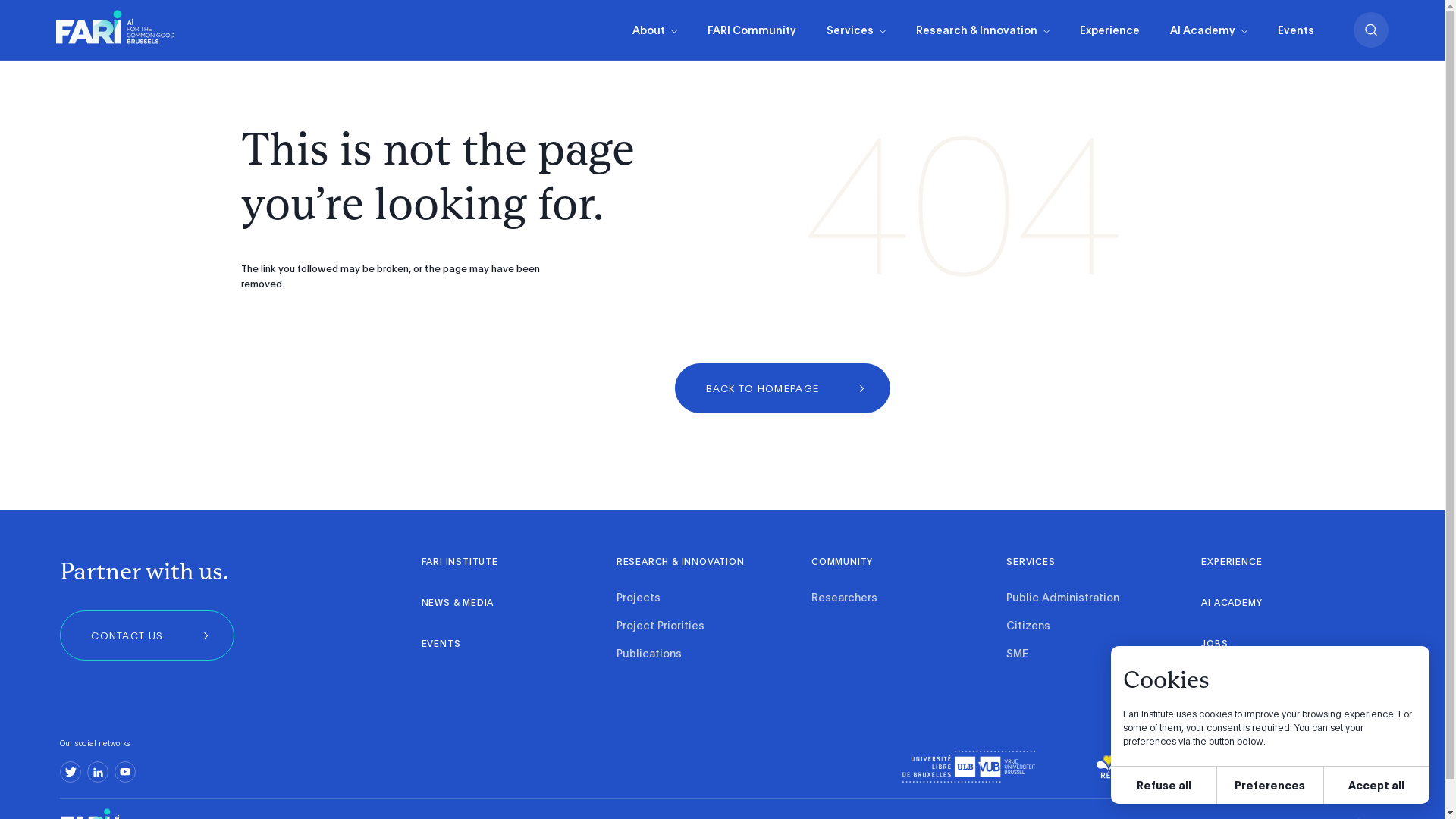 This screenshot has width=1456, height=819. Describe the element at coordinates (1231, 562) in the screenshot. I see `'EXPERIENCE'` at that location.